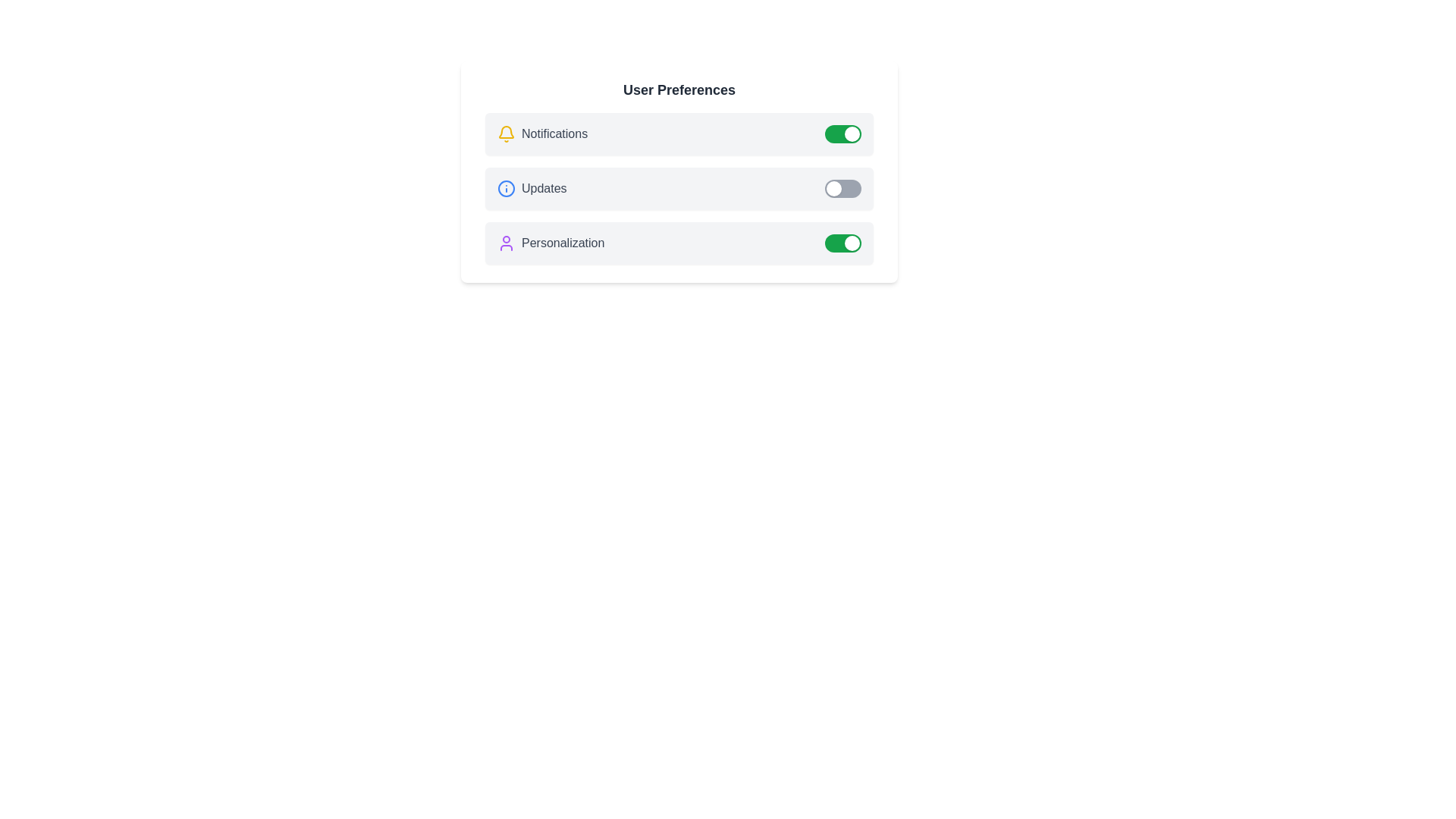 This screenshot has width=1456, height=819. Describe the element at coordinates (506, 242) in the screenshot. I see `the icon representing Personalization` at that location.